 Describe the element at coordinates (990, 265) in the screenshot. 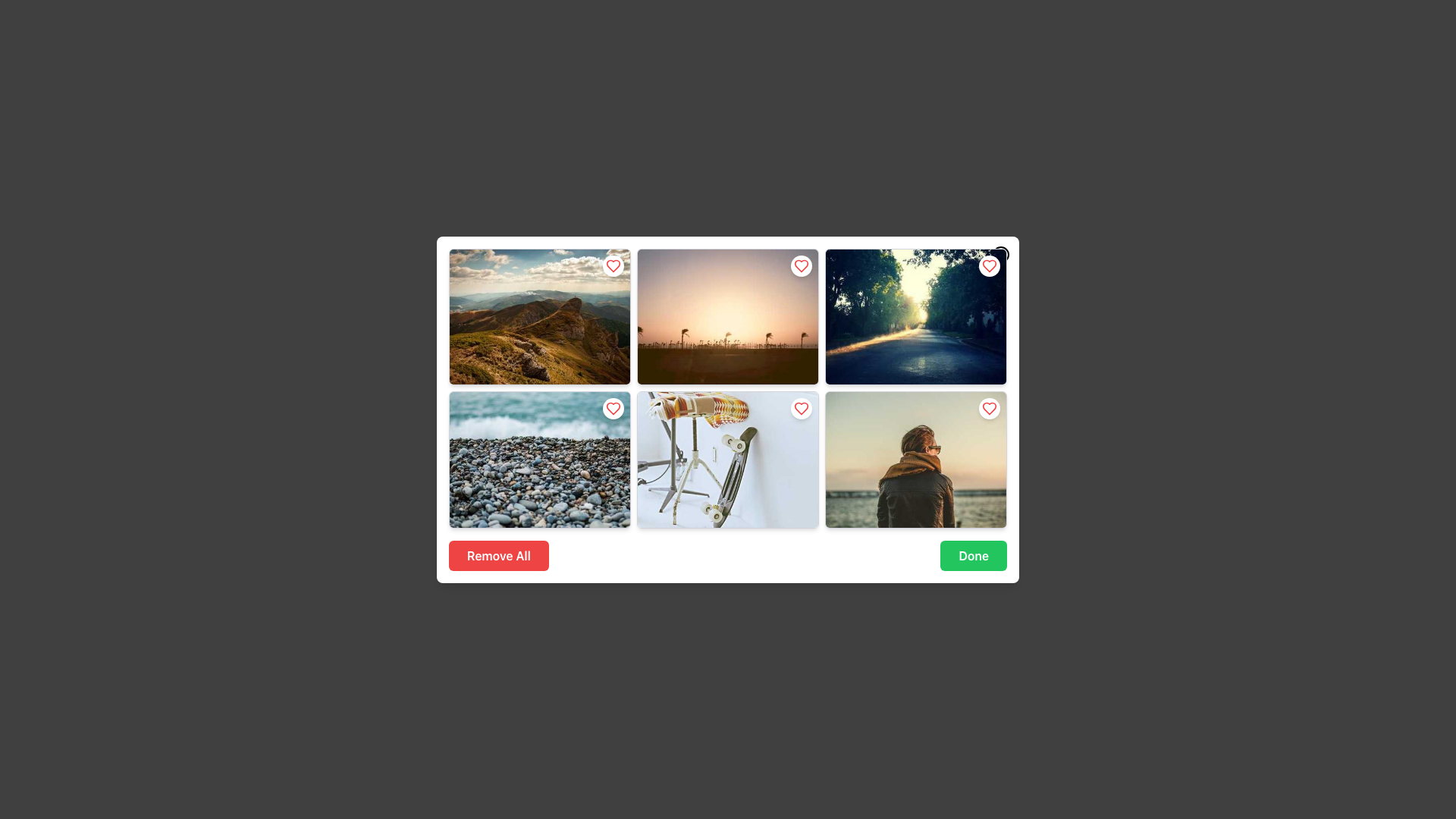

I see `the heart-shaped favorite toggle icon located at the upper-right corner of the third image in the top row of the grid layout to possibly view its tooltip` at that location.